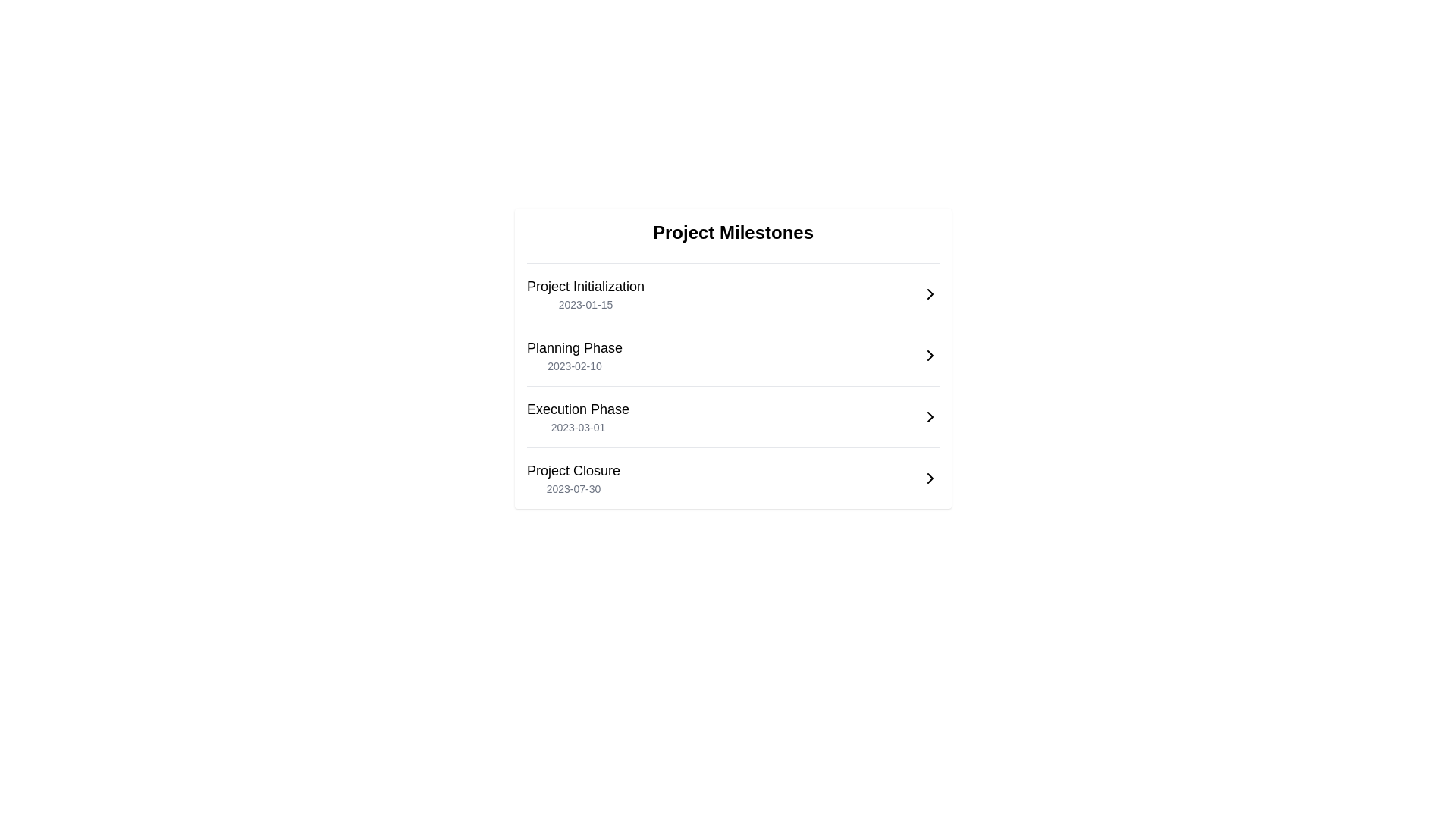 Image resolution: width=1456 pixels, height=819 pixels. What do you see at coordinates (930, 356) in the screenshot?
I see `the rightward pointing chevron icon located at the right end of the 'Planning Phase' list item` at bounding box center [930, 356].